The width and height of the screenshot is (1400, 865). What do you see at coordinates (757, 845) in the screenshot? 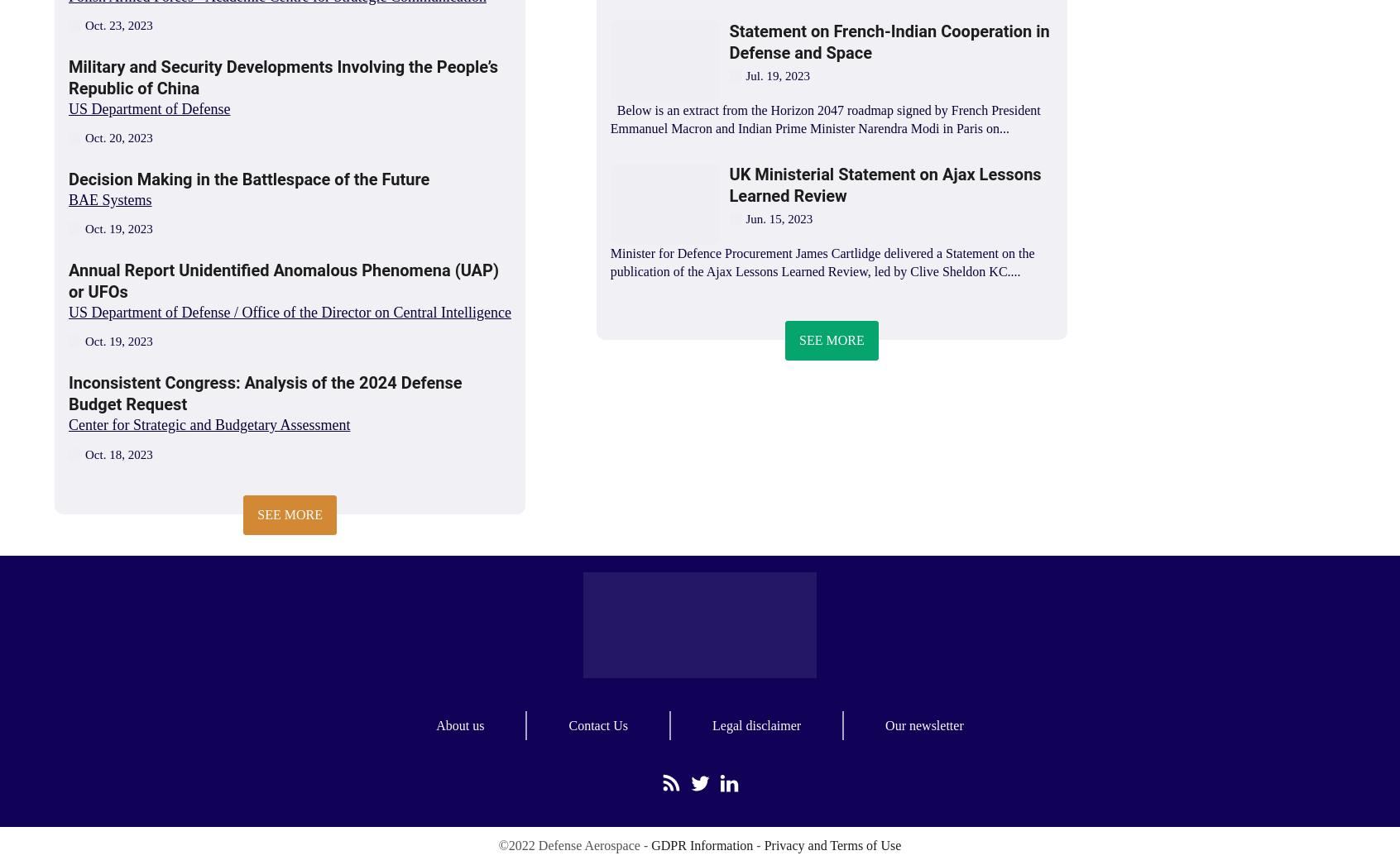
I see `'-'` at bounding box center [757, 845].